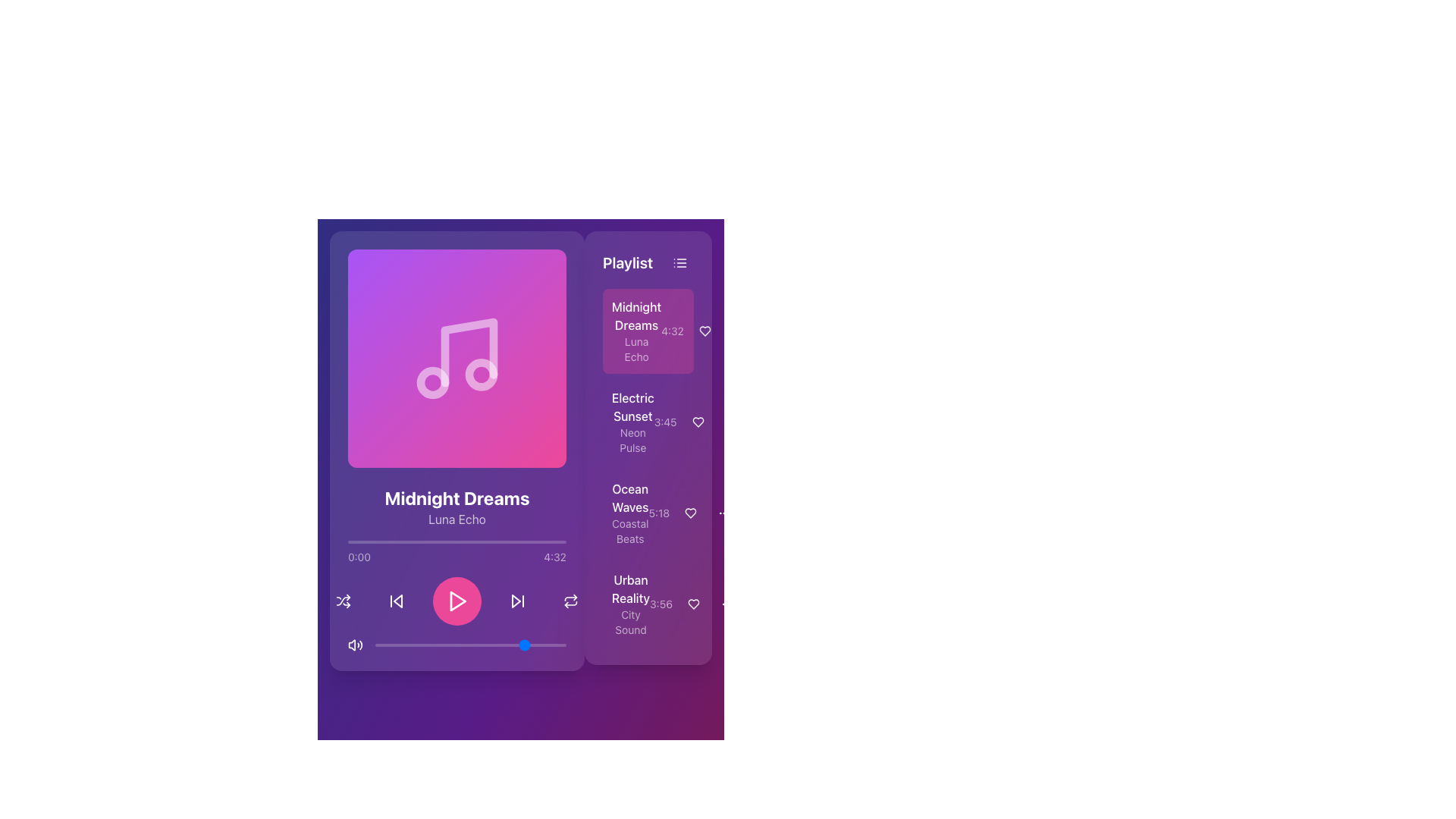  I want to click on the heart-shaped icon button to like or unlike the 'Ocean Waves' track in the playlist panel, so click(690, 513).